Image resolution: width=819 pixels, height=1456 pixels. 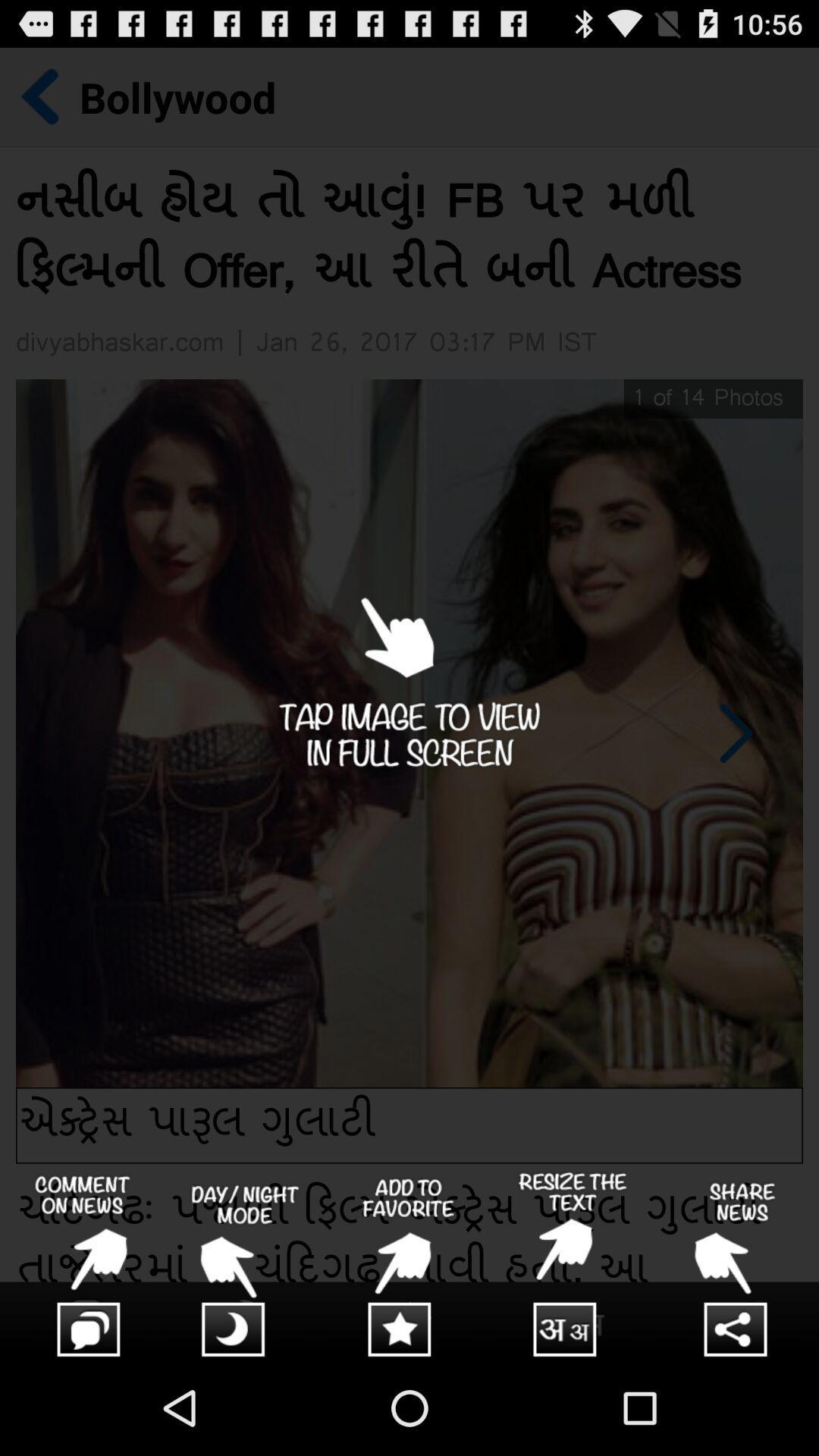 What do you see at coordinates (409, 703) in the screenshot?
I see `full screen option` at bounding box center [409, 703].